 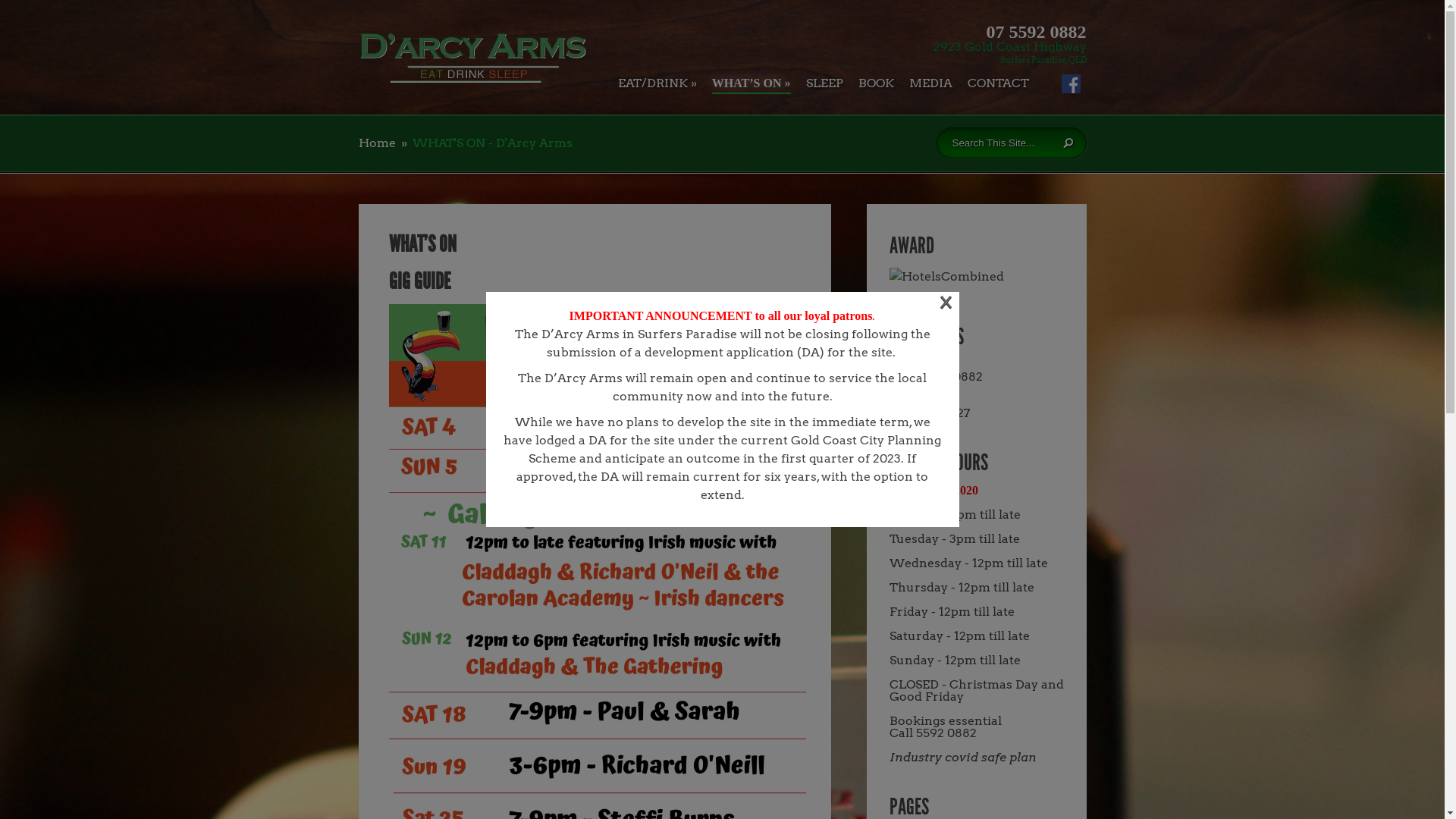 I want to click on 'BOOK', so click(x=876, y=86).